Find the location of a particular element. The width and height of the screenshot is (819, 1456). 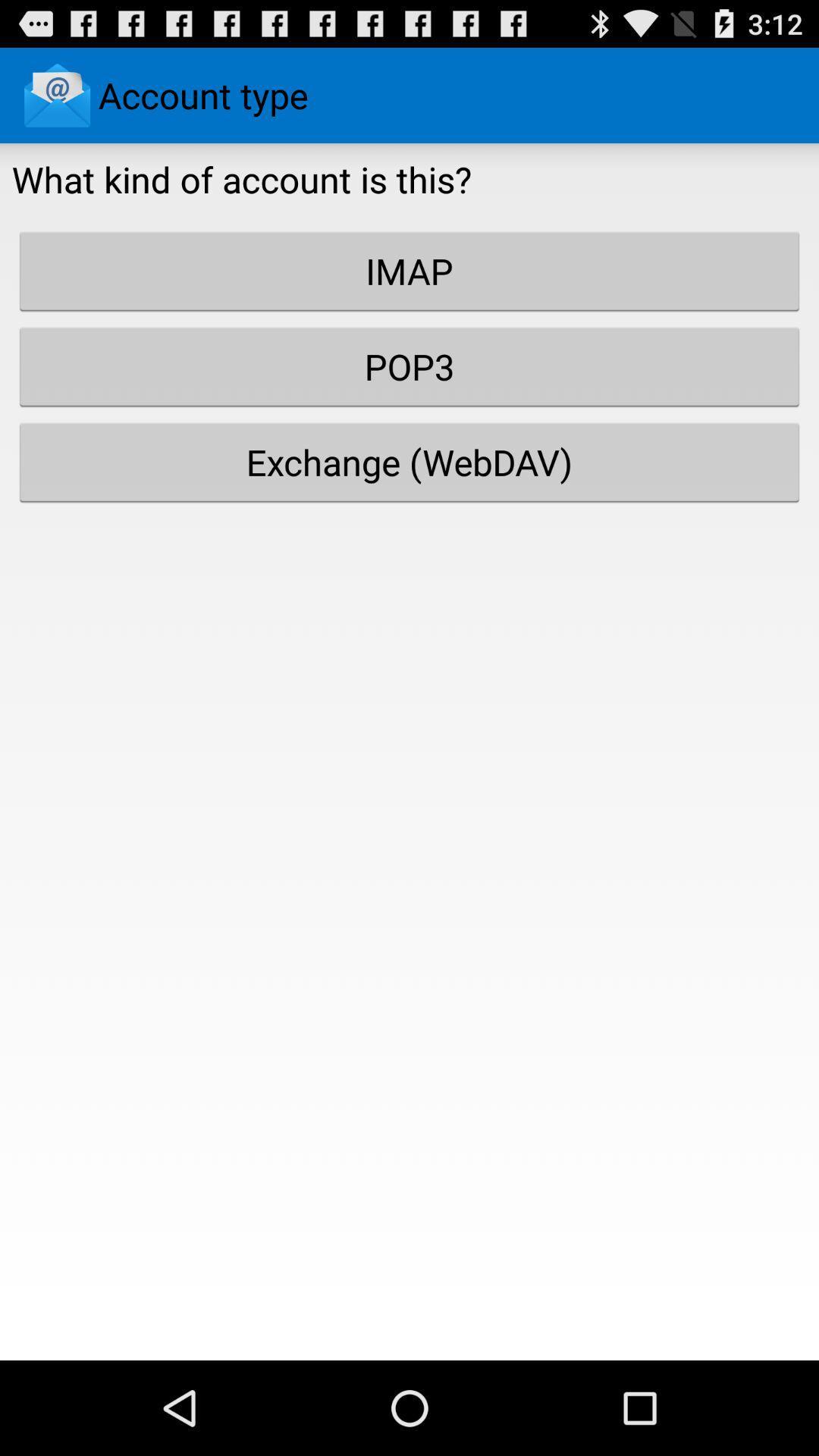

pop3 is located at coordinates (409, 366).